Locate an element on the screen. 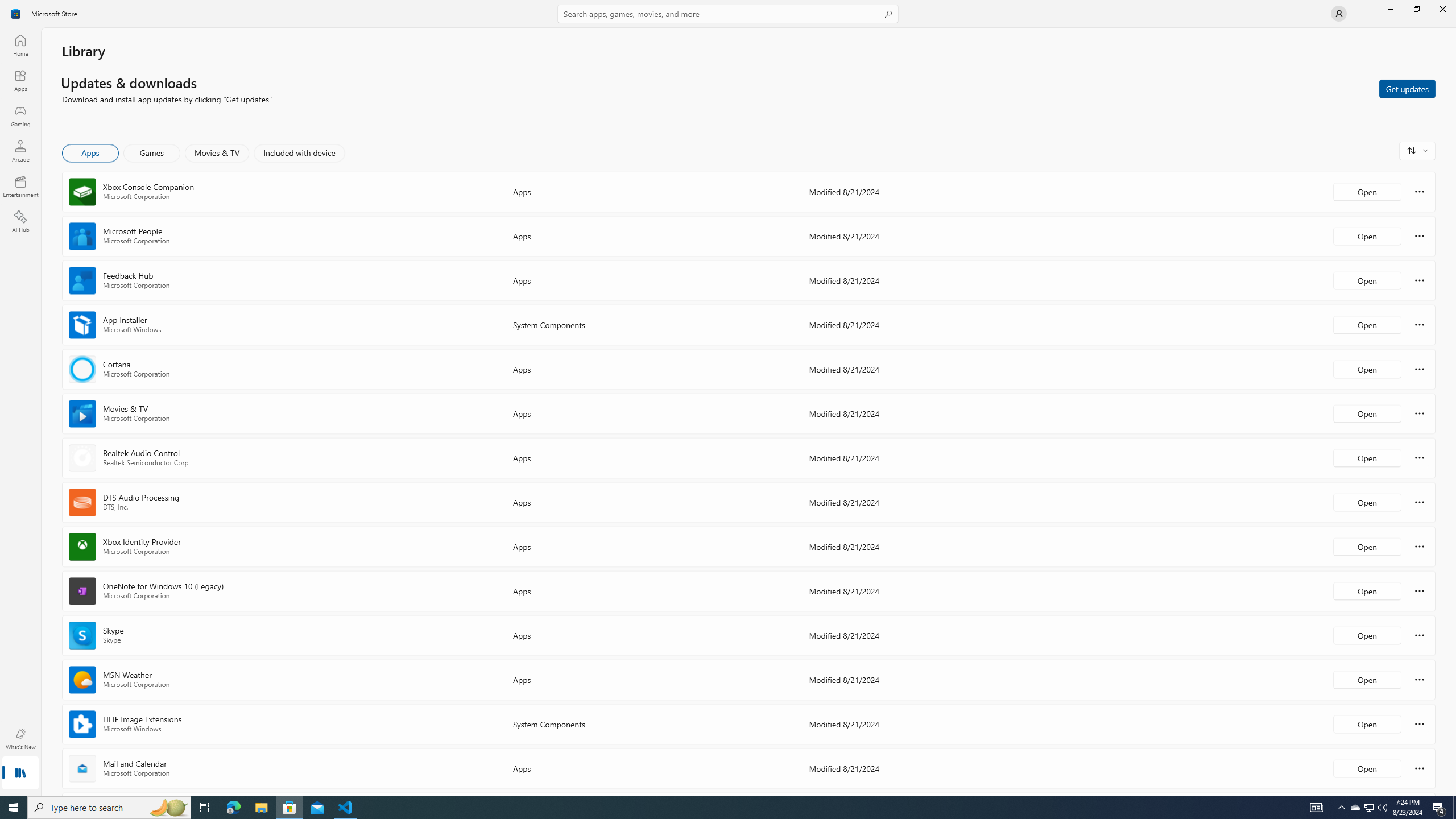 Image resolution: width=1456 pixels, height=819 pixels. 'Arcade' is located at coordinates (19, 150).